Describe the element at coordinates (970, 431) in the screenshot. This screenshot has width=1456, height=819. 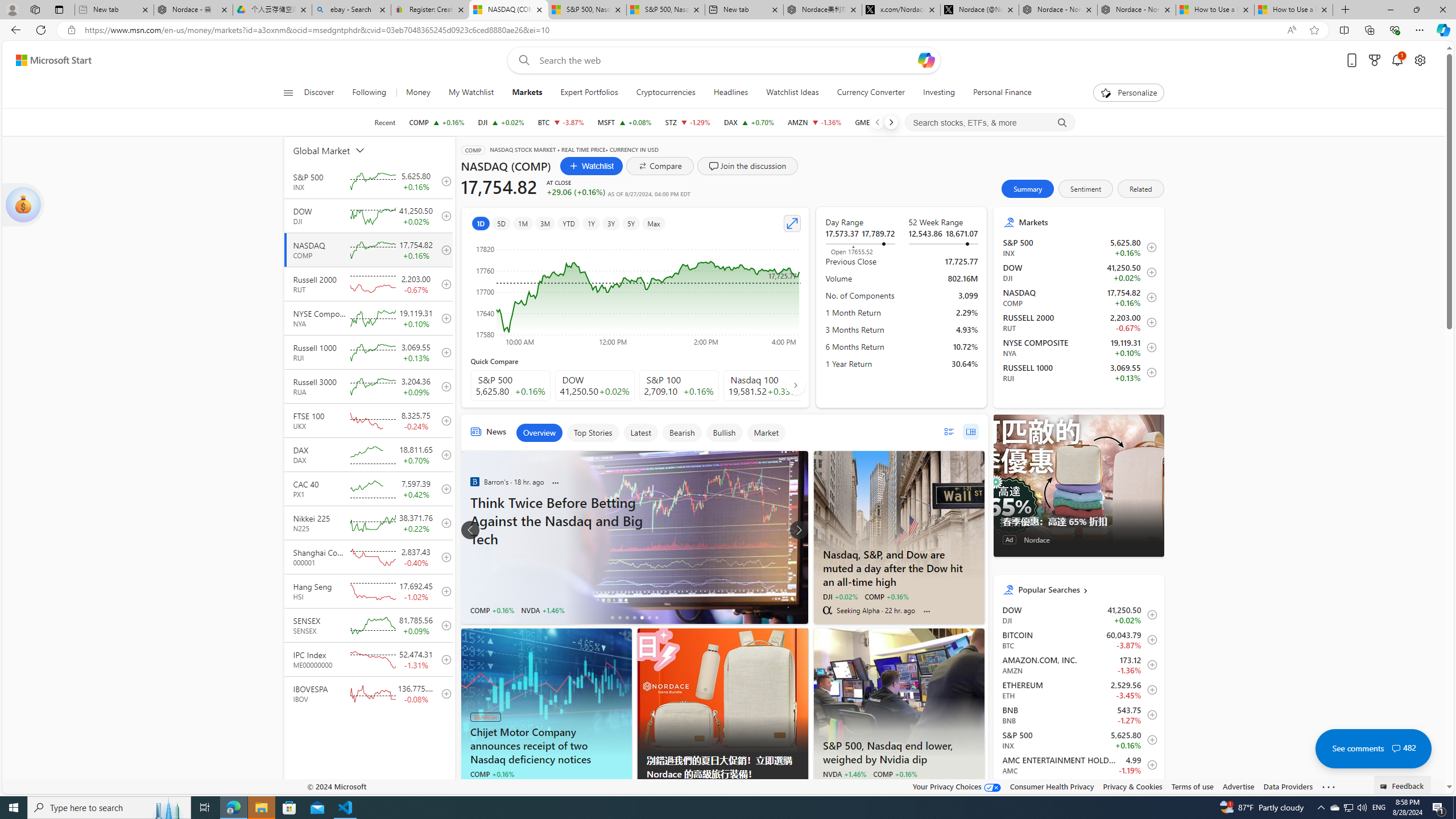
I see `'grid layout'` at that location.